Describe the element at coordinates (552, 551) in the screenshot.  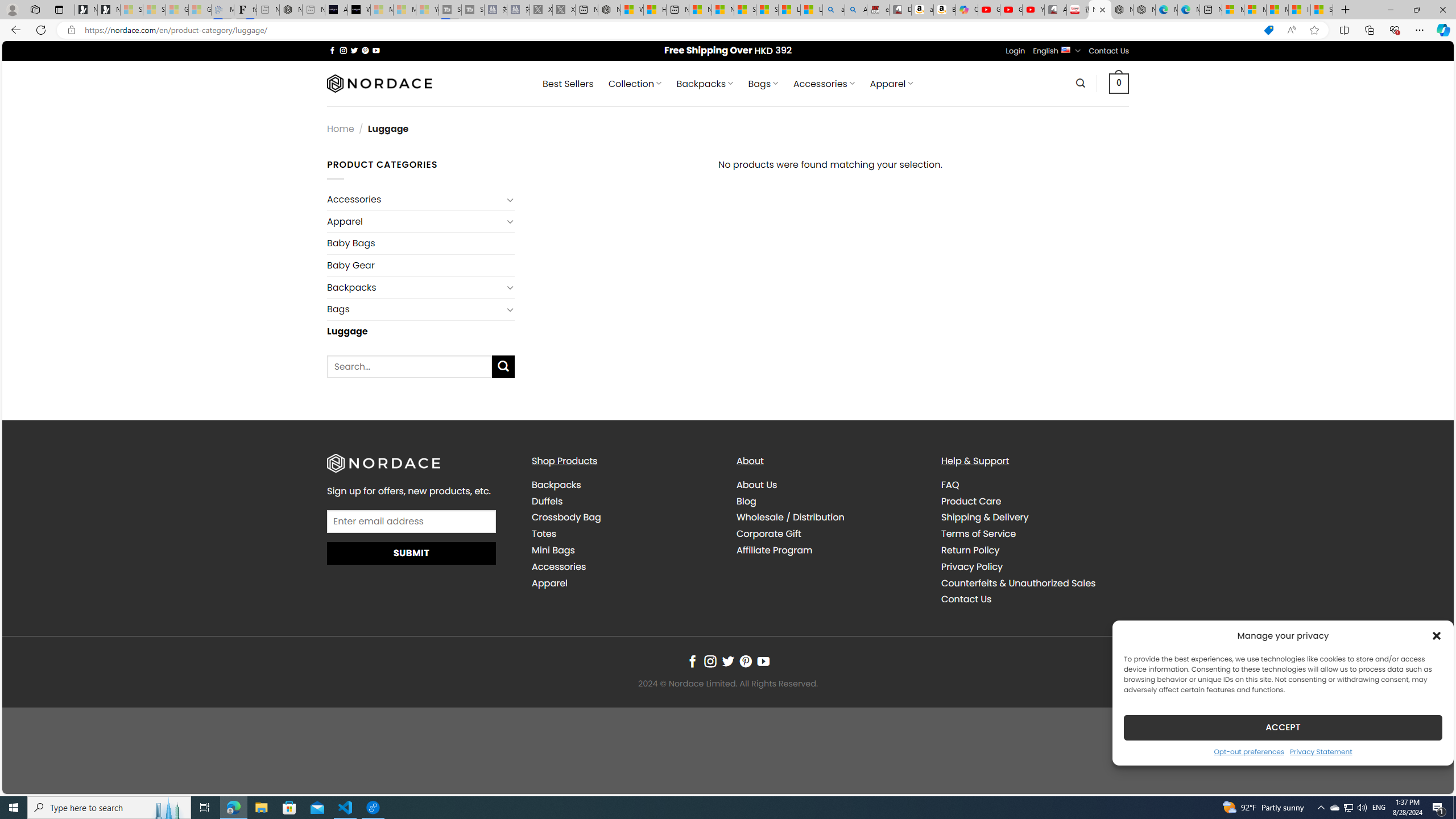
I see `'Mini Bags'` at that location.